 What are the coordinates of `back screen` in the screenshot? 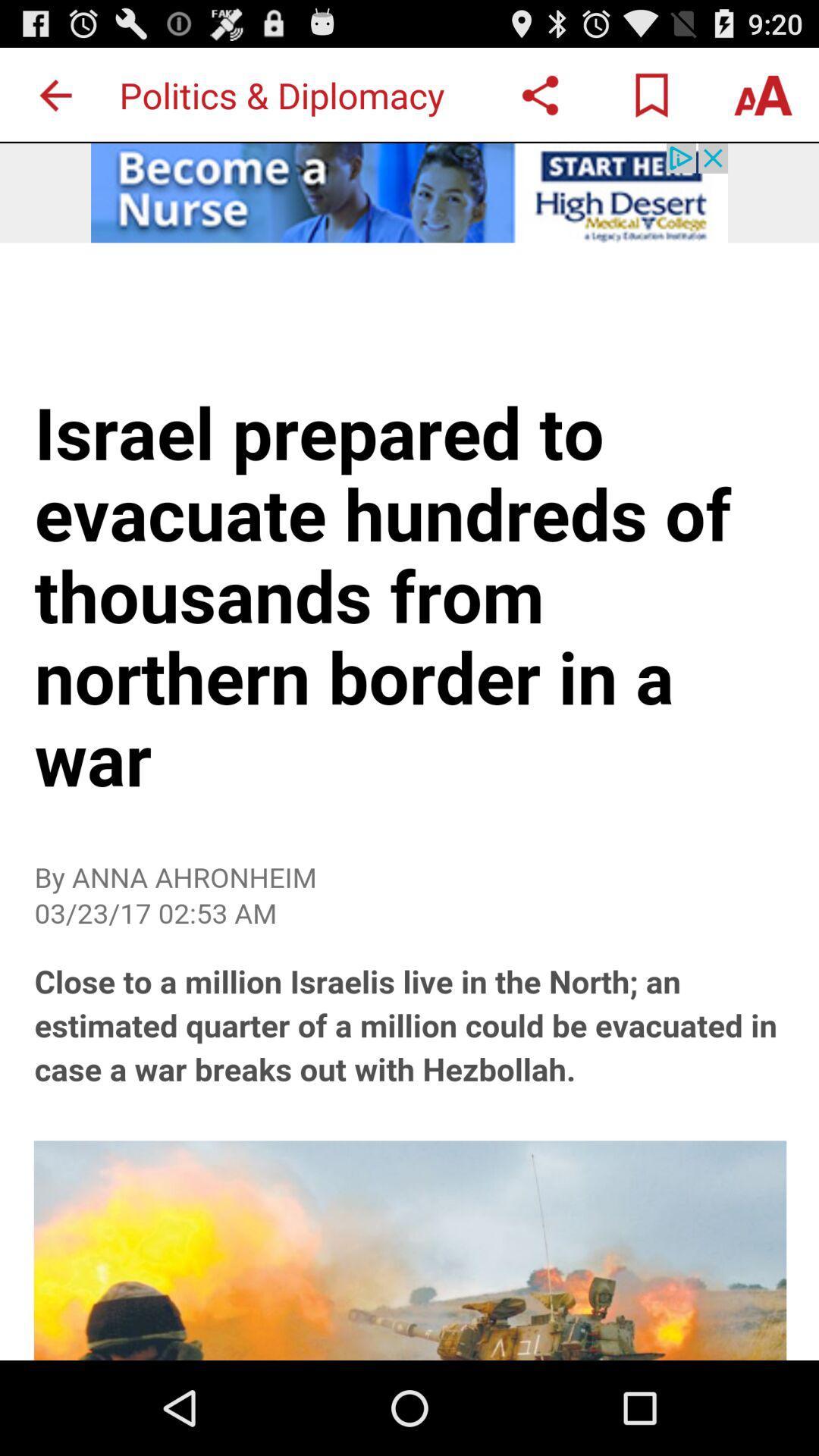 It's located at (55, 94).